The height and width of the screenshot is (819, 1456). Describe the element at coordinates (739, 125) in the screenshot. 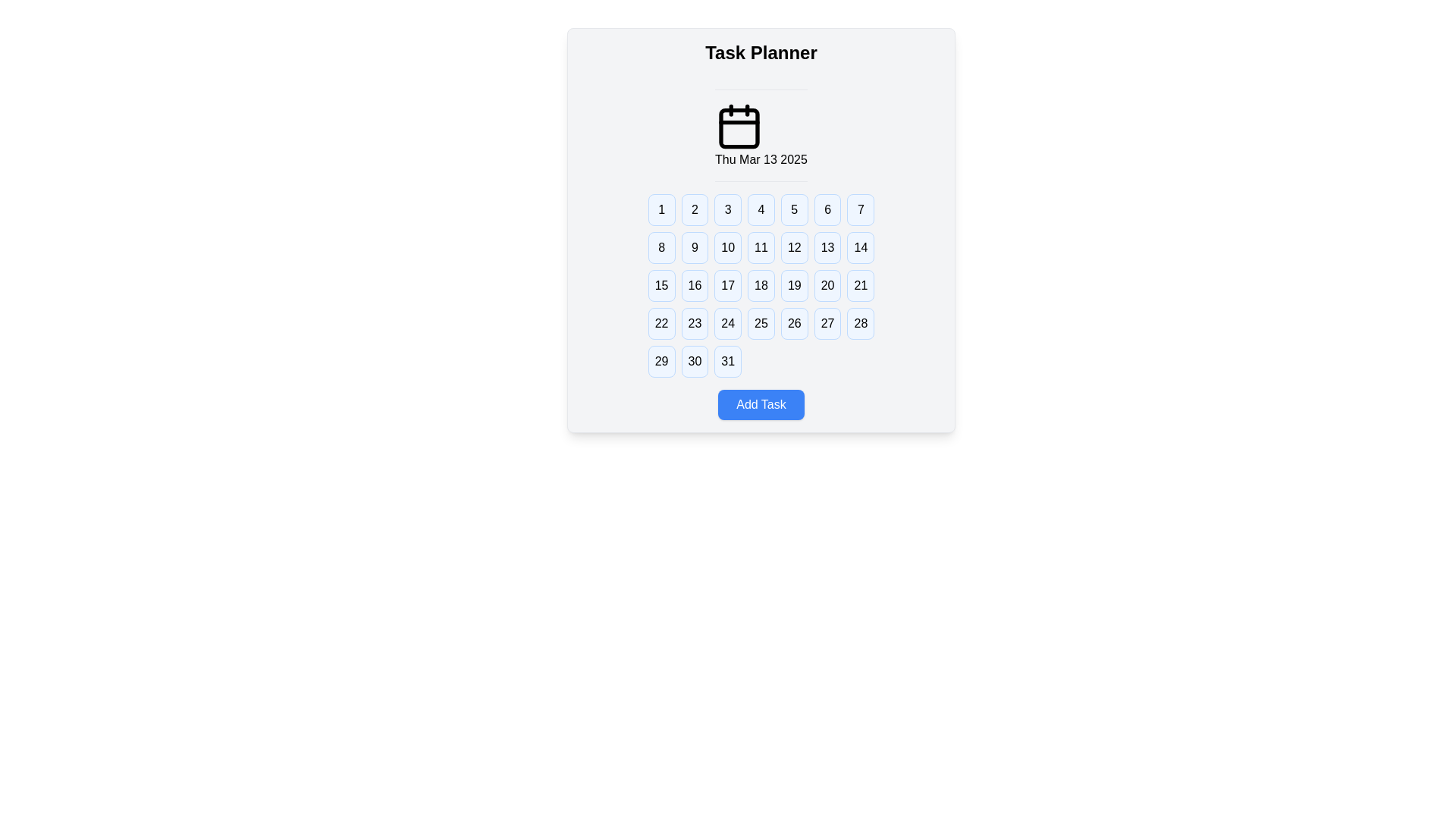

I see `the calendar icon, which is visually styled with a black outline and located above the date label 'Thu Mar 13 2025' within the task planner interface` at that location.